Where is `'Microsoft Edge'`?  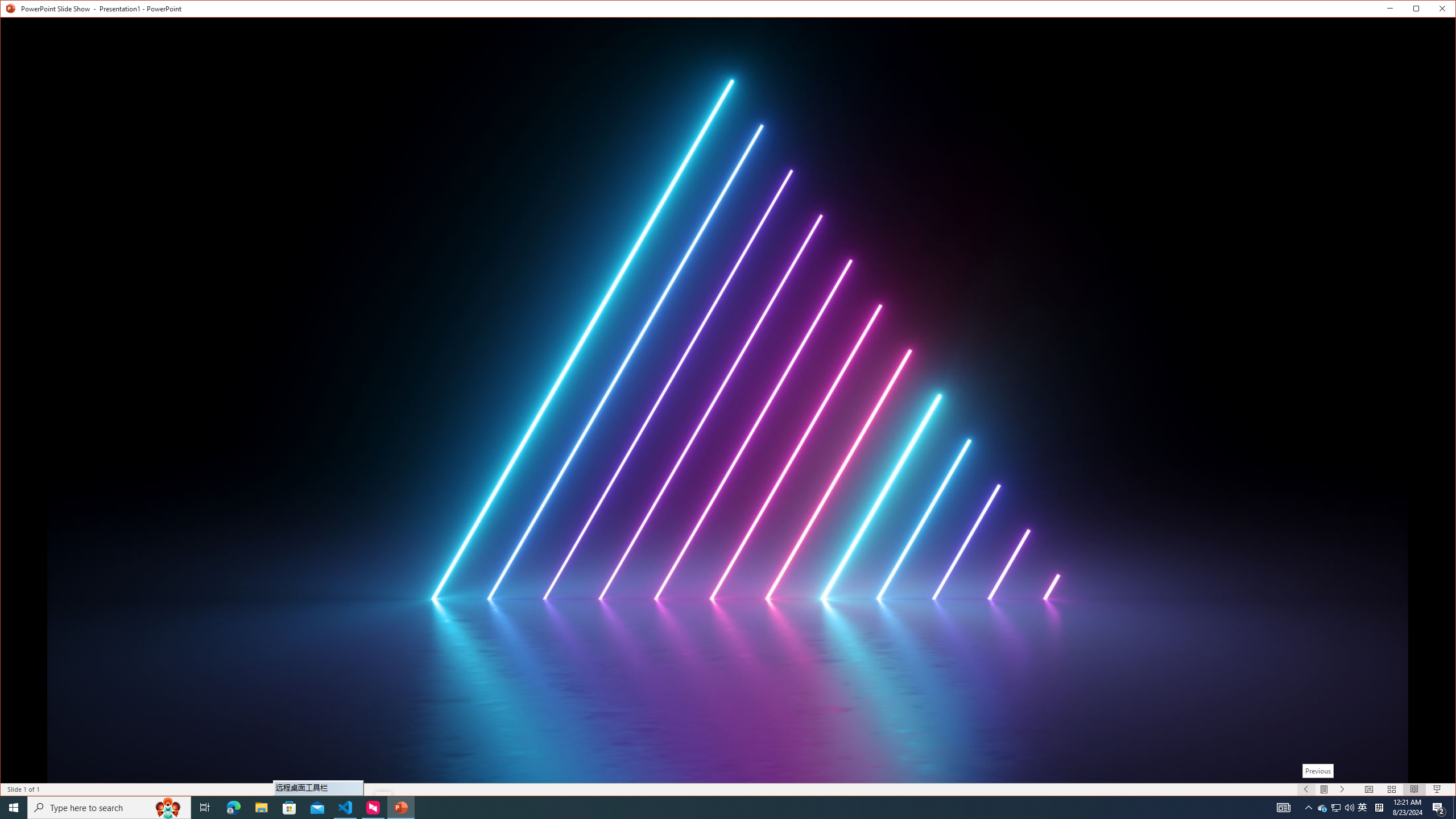
'Microsoft Edge' is located at coordinates (233, 806).